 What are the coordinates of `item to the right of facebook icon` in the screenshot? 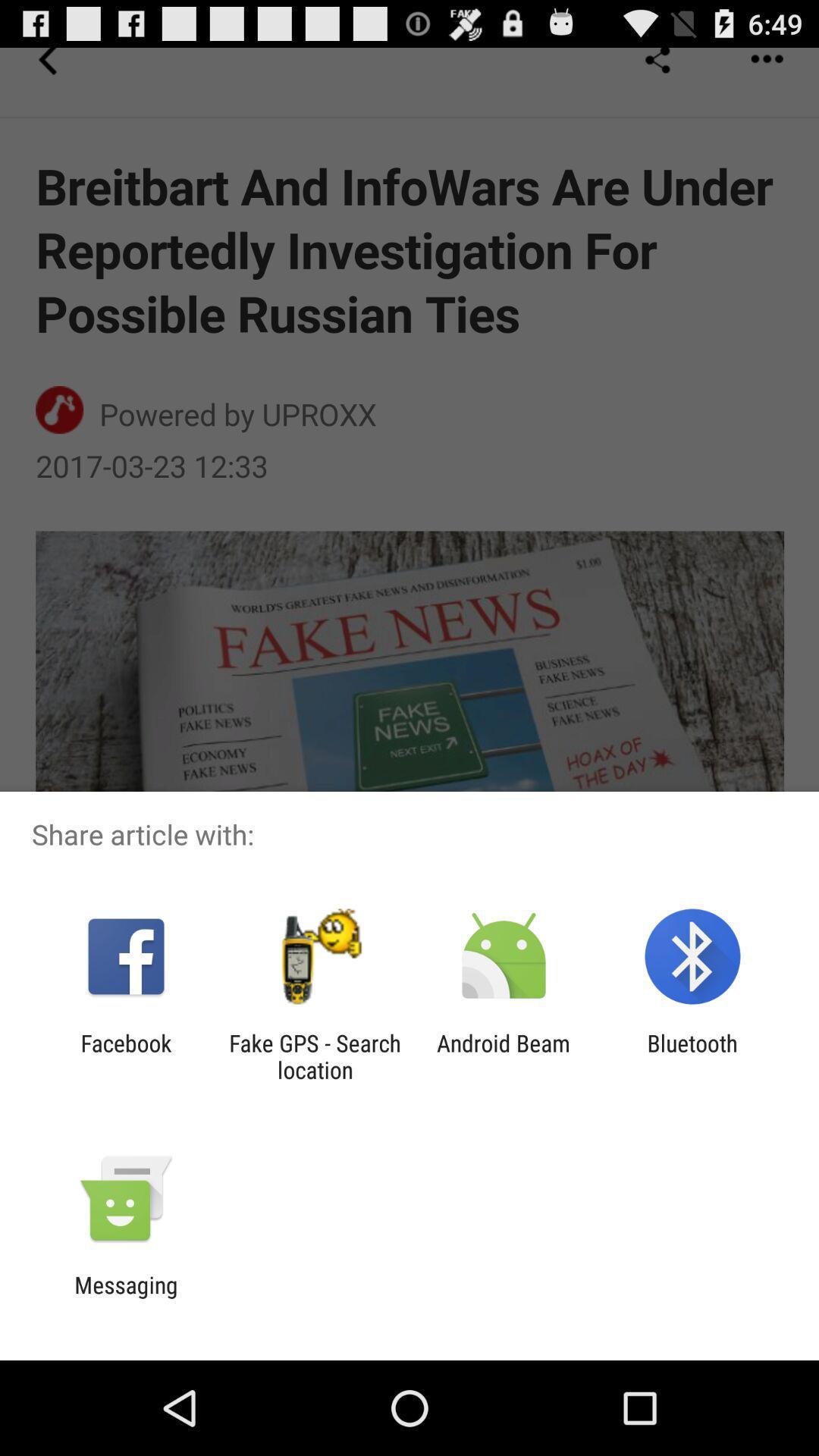 It's located at (314, 1056).